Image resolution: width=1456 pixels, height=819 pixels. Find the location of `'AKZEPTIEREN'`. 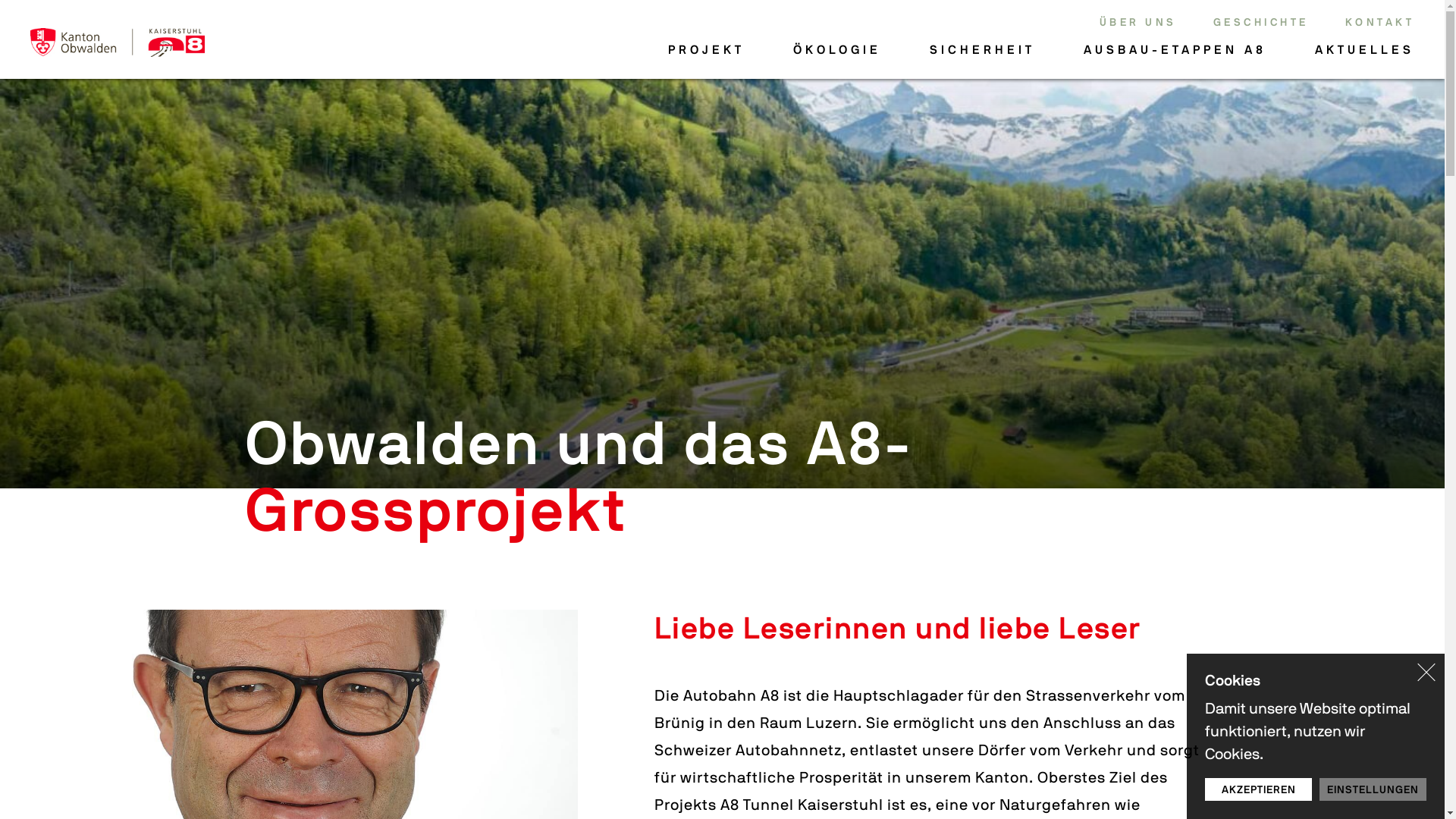

'AKZEPTIEREN' is located at coordinates (1258, 789).